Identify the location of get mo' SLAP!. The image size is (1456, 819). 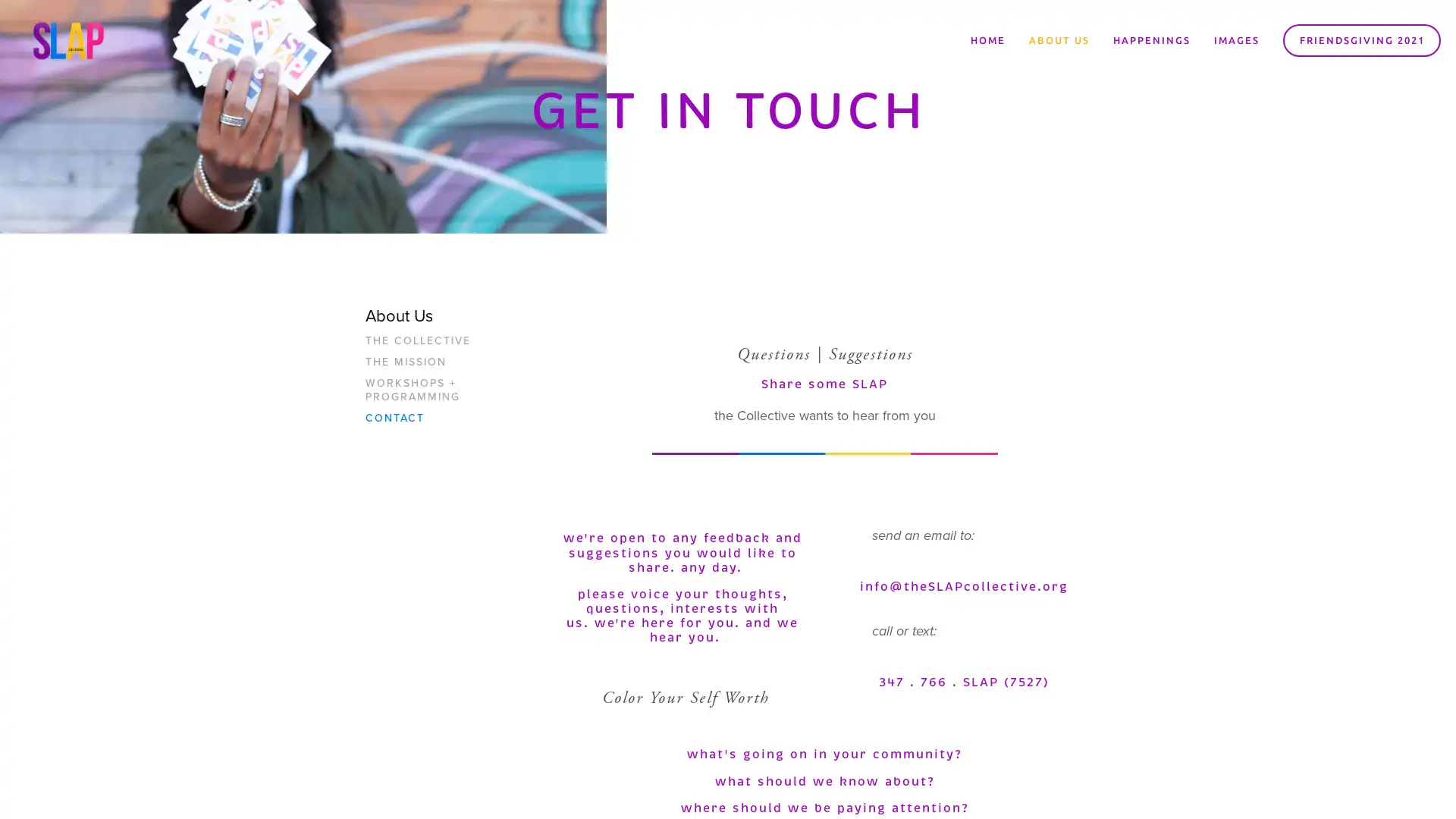
(822, 449).